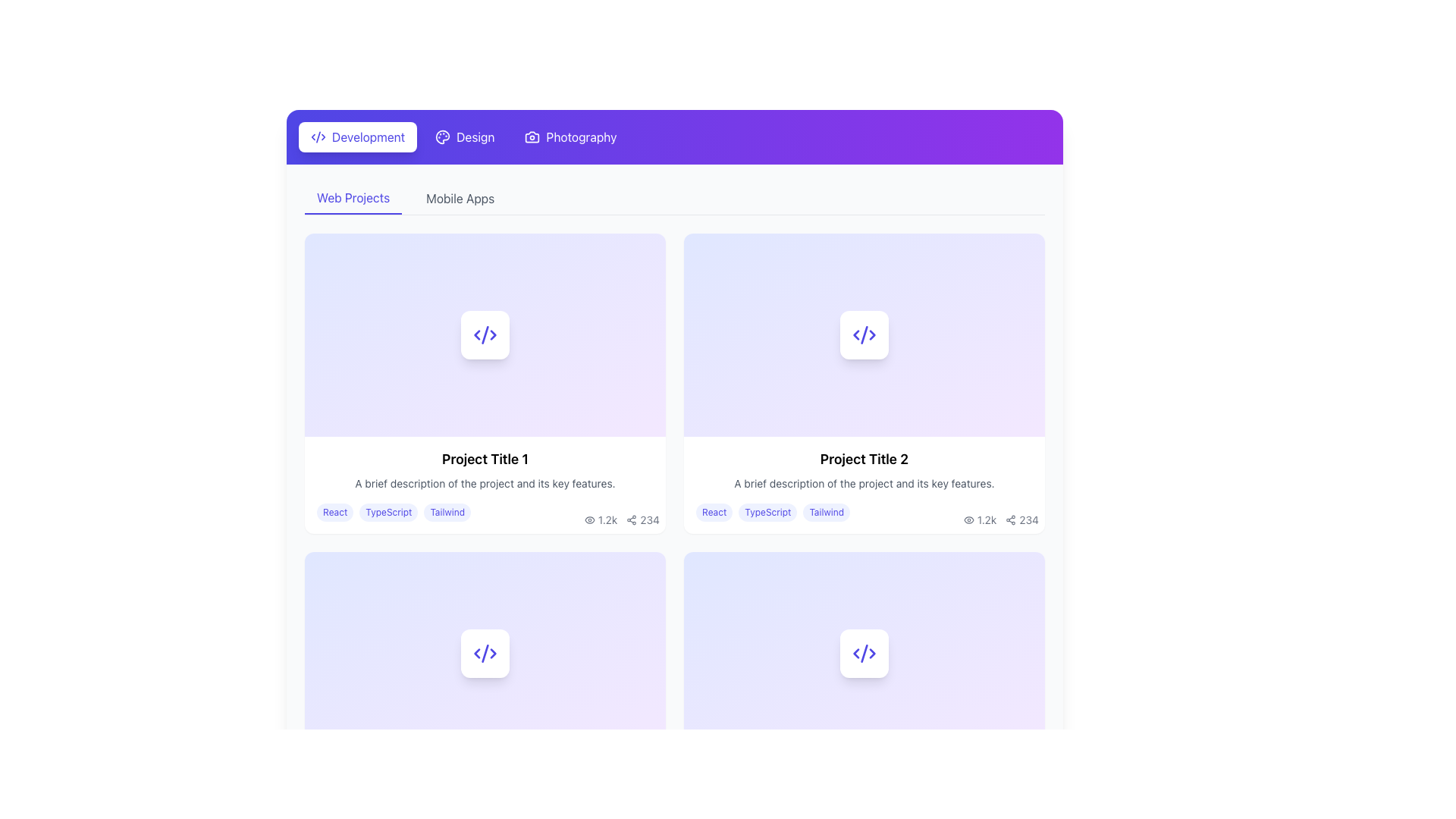  I want to click on the second tag in the group of technology labels, which is an informational label indicating the technology associated with 'Project Title 2', so click(767, 512).